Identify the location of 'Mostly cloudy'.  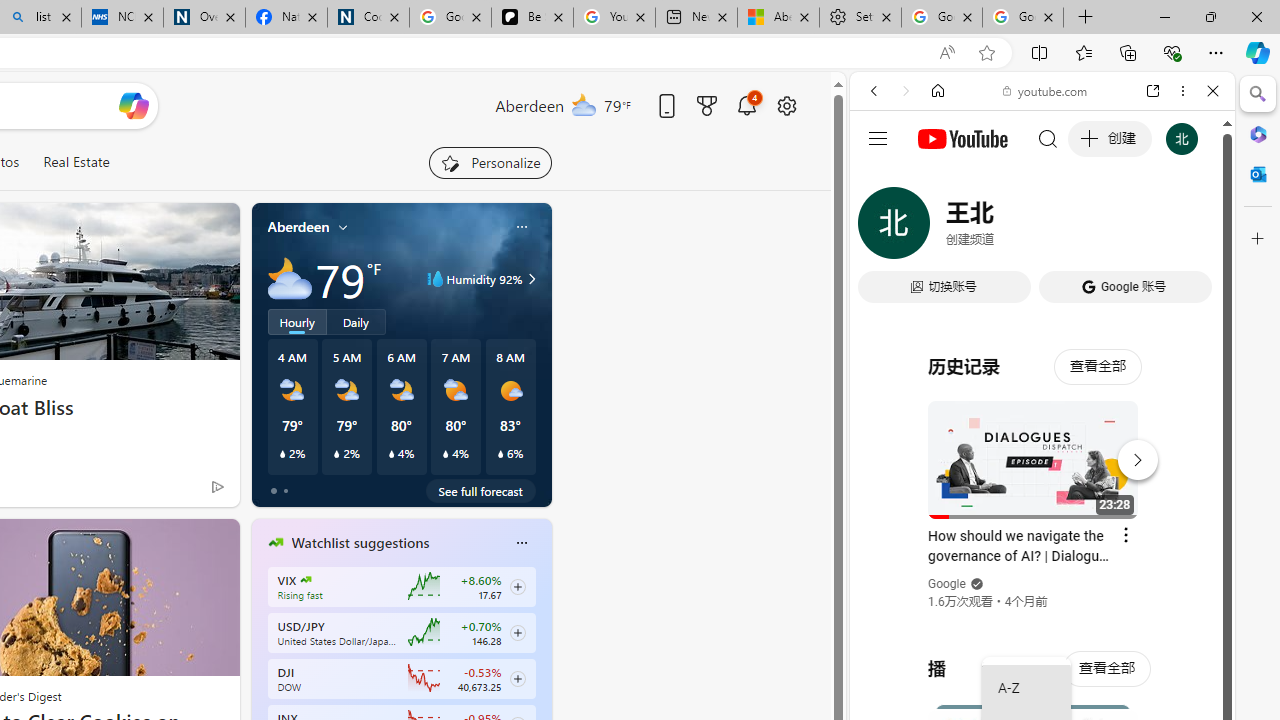
(288, 279).